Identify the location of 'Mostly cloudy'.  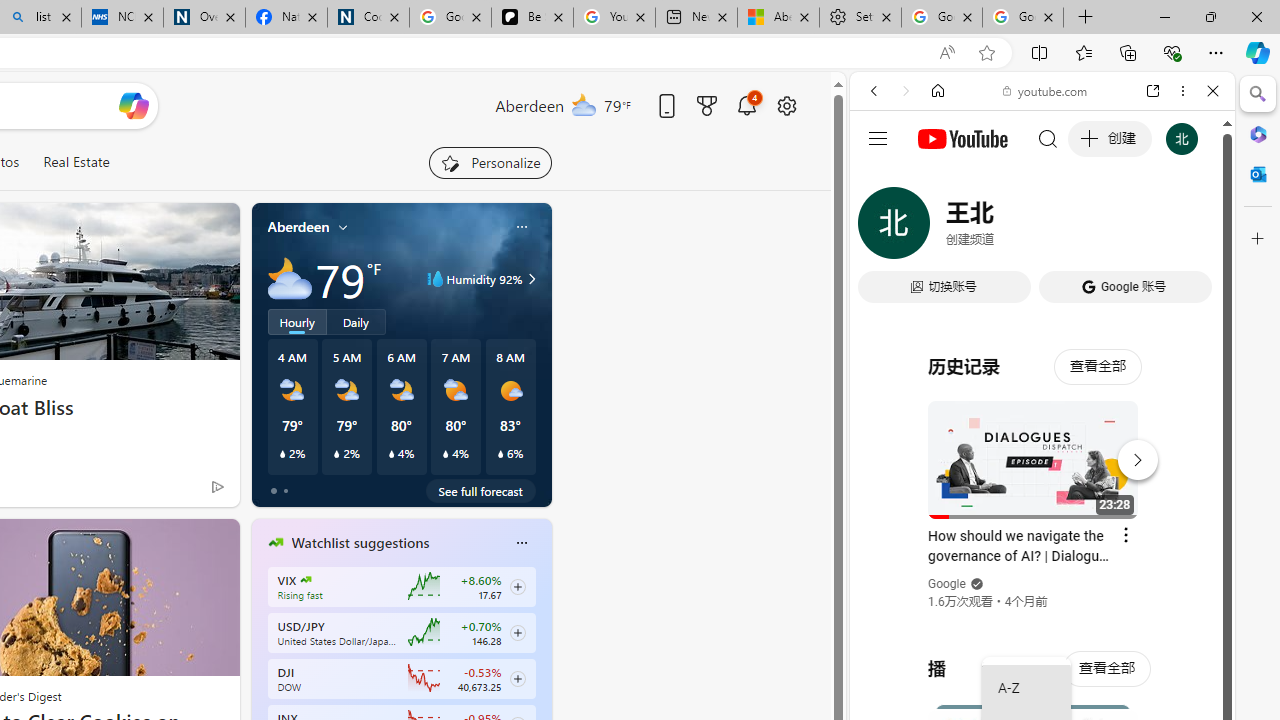
(288, 279).